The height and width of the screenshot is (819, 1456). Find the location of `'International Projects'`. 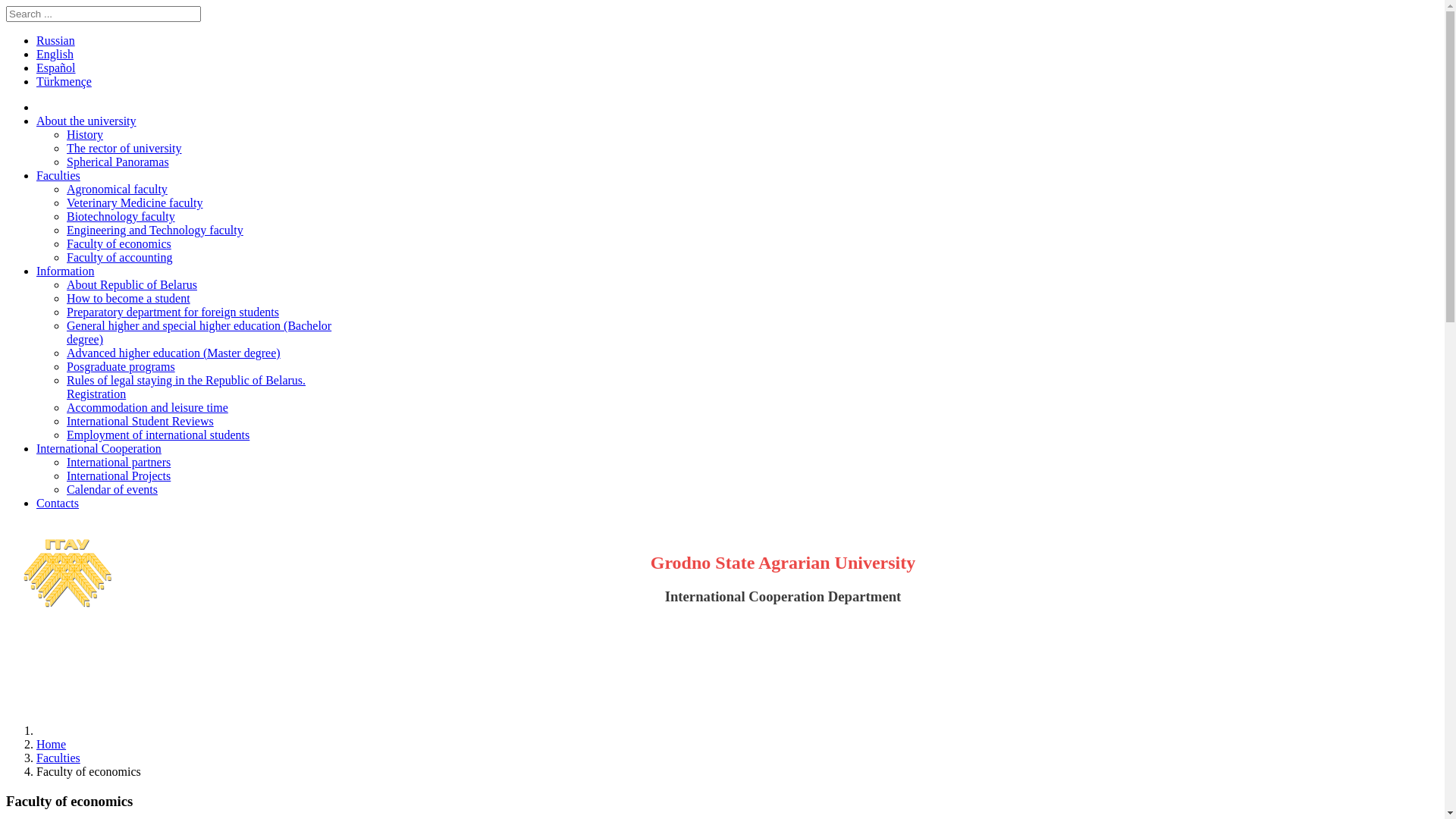

'International Projects' is located at coordinates (118, 475).